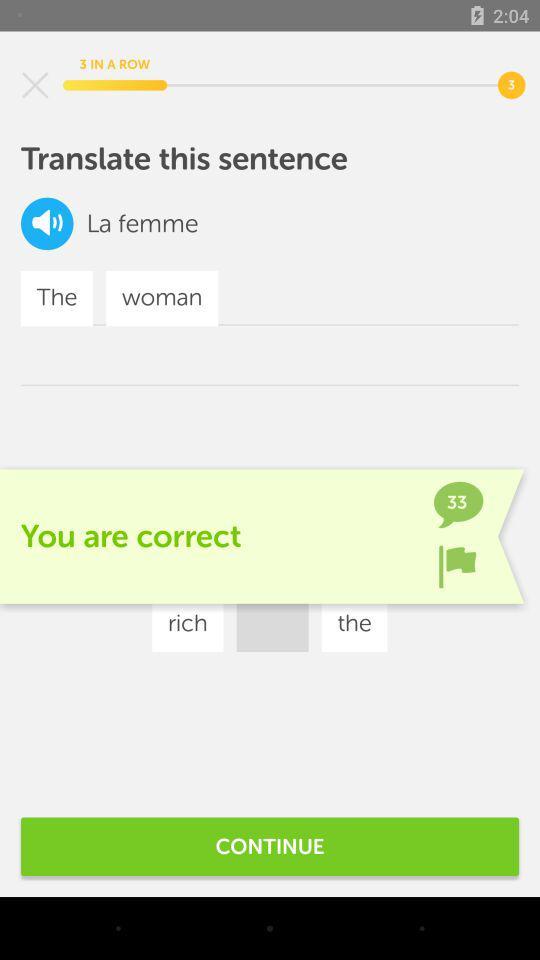 The height and width of the screenshot is (960, 540). What do you see at coordinates (35, 85) in the screenshot?
I see `screen` at bounding box center [35, 85].